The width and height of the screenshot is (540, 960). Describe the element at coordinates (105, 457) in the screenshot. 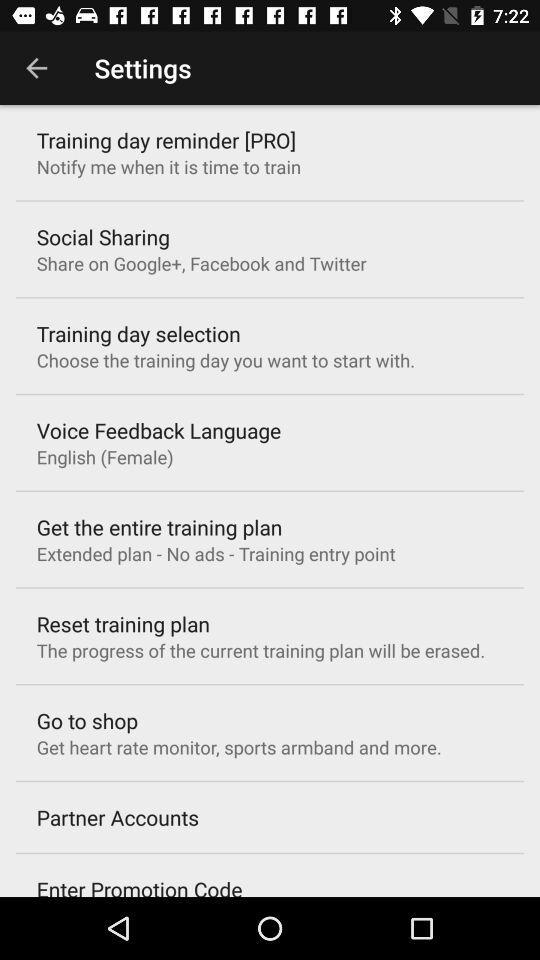

I see `english (female) item` at that location.